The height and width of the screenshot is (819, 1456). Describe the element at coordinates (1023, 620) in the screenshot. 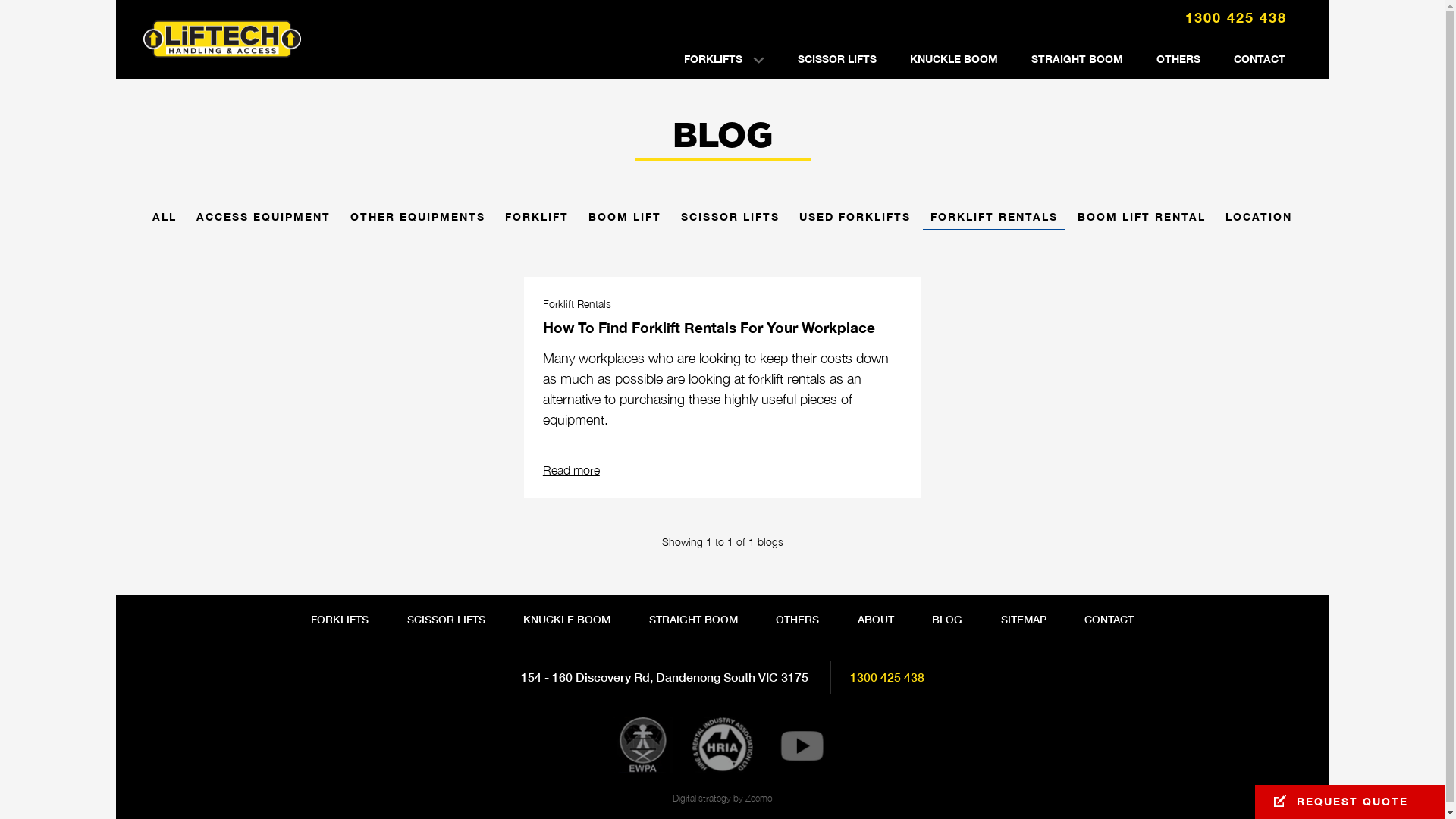

I see `'SITEMAP'` at that location.